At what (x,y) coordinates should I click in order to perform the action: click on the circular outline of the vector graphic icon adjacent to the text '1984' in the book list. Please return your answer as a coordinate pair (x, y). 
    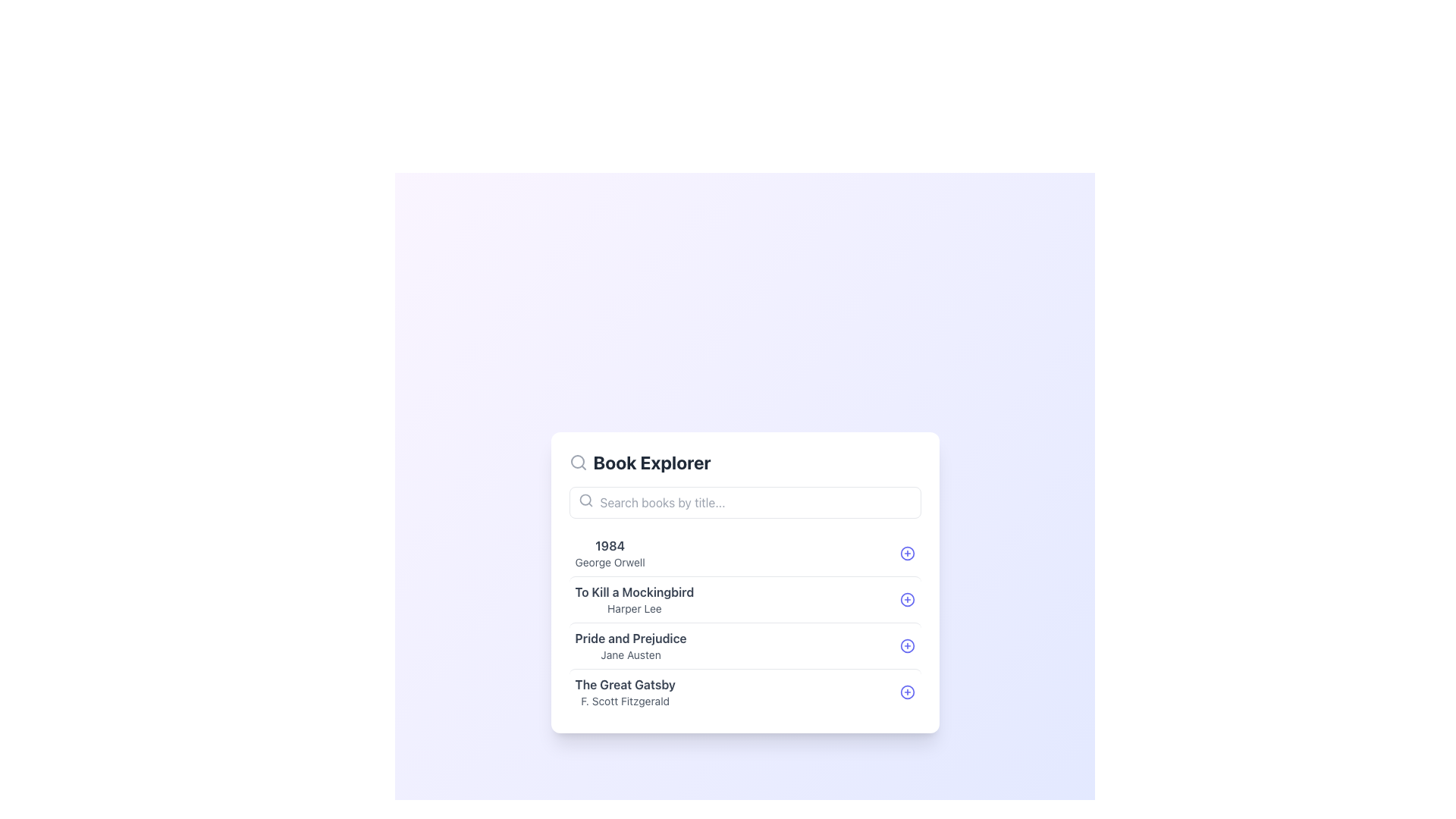
    Looking at the image, I should click on (907, 553).